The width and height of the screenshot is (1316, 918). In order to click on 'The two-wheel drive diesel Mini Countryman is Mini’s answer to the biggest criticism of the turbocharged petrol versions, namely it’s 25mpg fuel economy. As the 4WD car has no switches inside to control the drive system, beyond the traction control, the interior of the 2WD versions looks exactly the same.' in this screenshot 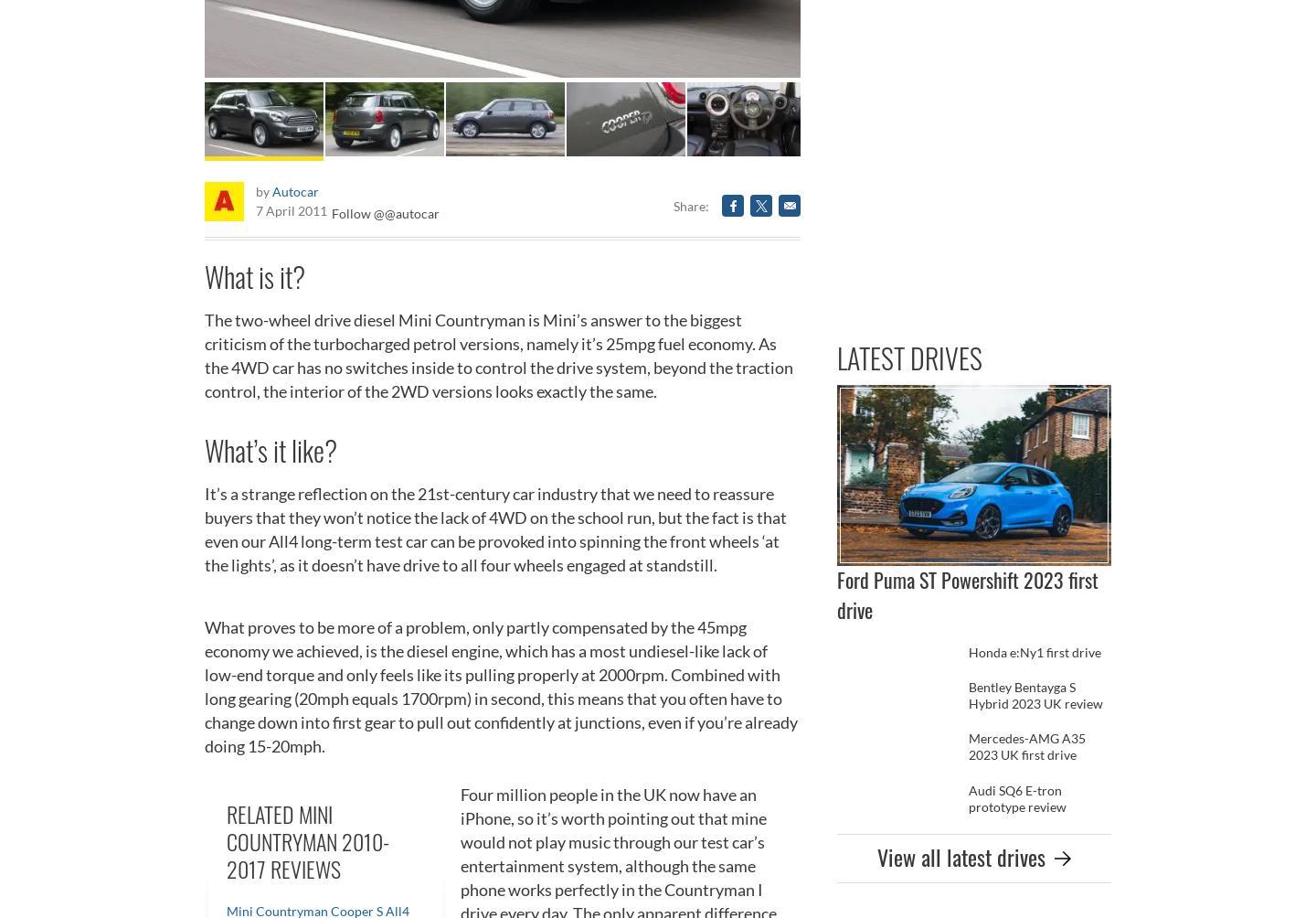, I will do `click(499, 354)`.